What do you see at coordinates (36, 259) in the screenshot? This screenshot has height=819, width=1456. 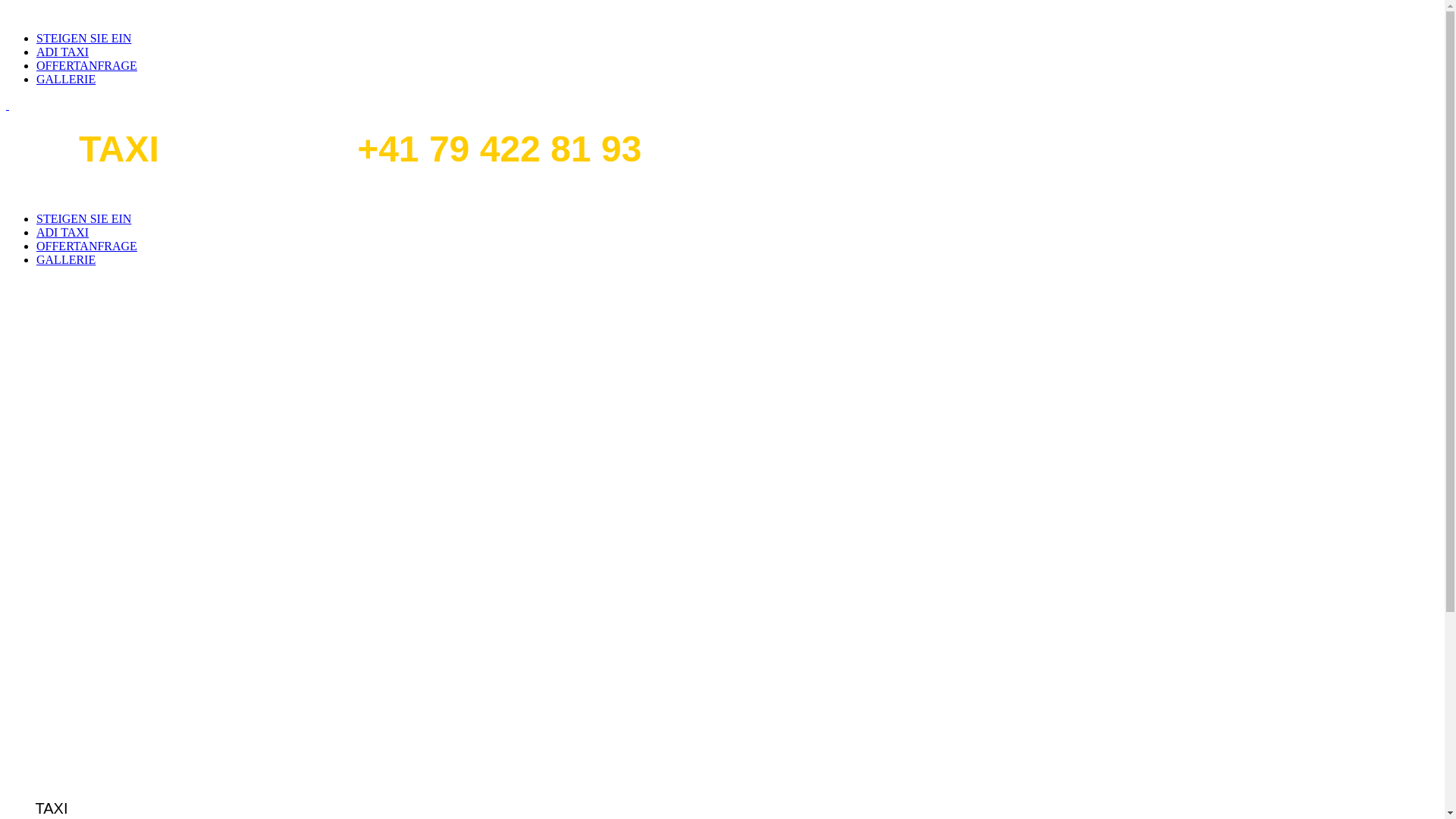 I see `'GALLERIE'` at bounding box center [36, 259].